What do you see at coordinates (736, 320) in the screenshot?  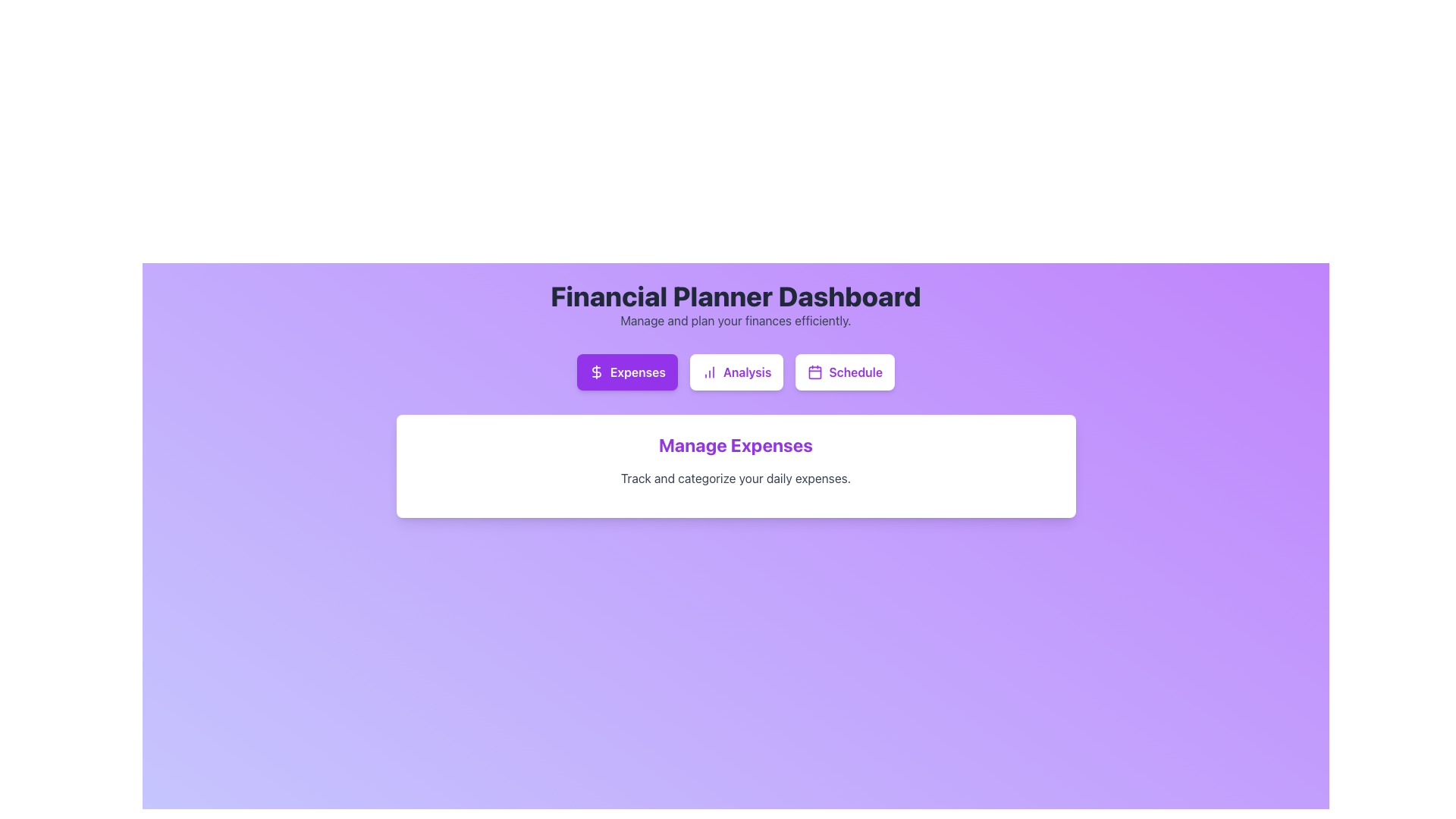 I see `text element that displays 'Manage and plan your finances efficiently.' styled in gray on a light purple gradient background, located below the heading 'Financial Planner Dashboard'` at bounding box center [736, 320].